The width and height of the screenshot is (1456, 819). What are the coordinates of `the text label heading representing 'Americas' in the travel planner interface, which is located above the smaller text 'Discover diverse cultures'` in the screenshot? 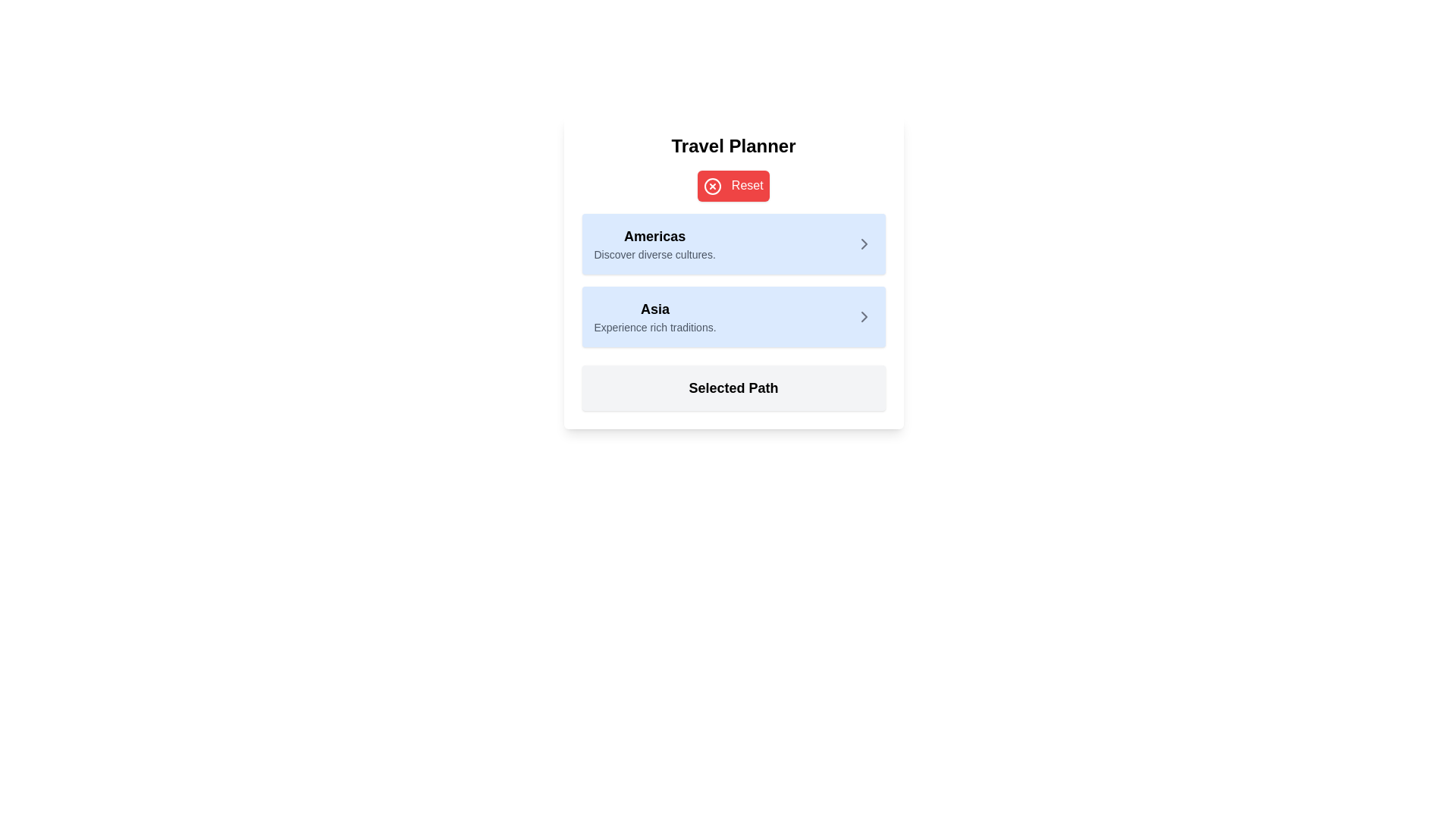 It's located at (654, 236).